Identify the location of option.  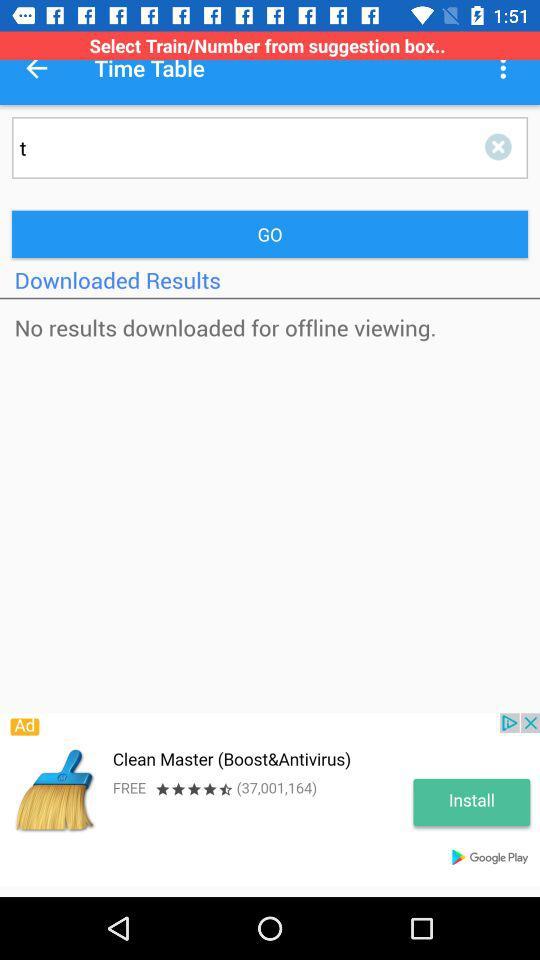
(501, 146).